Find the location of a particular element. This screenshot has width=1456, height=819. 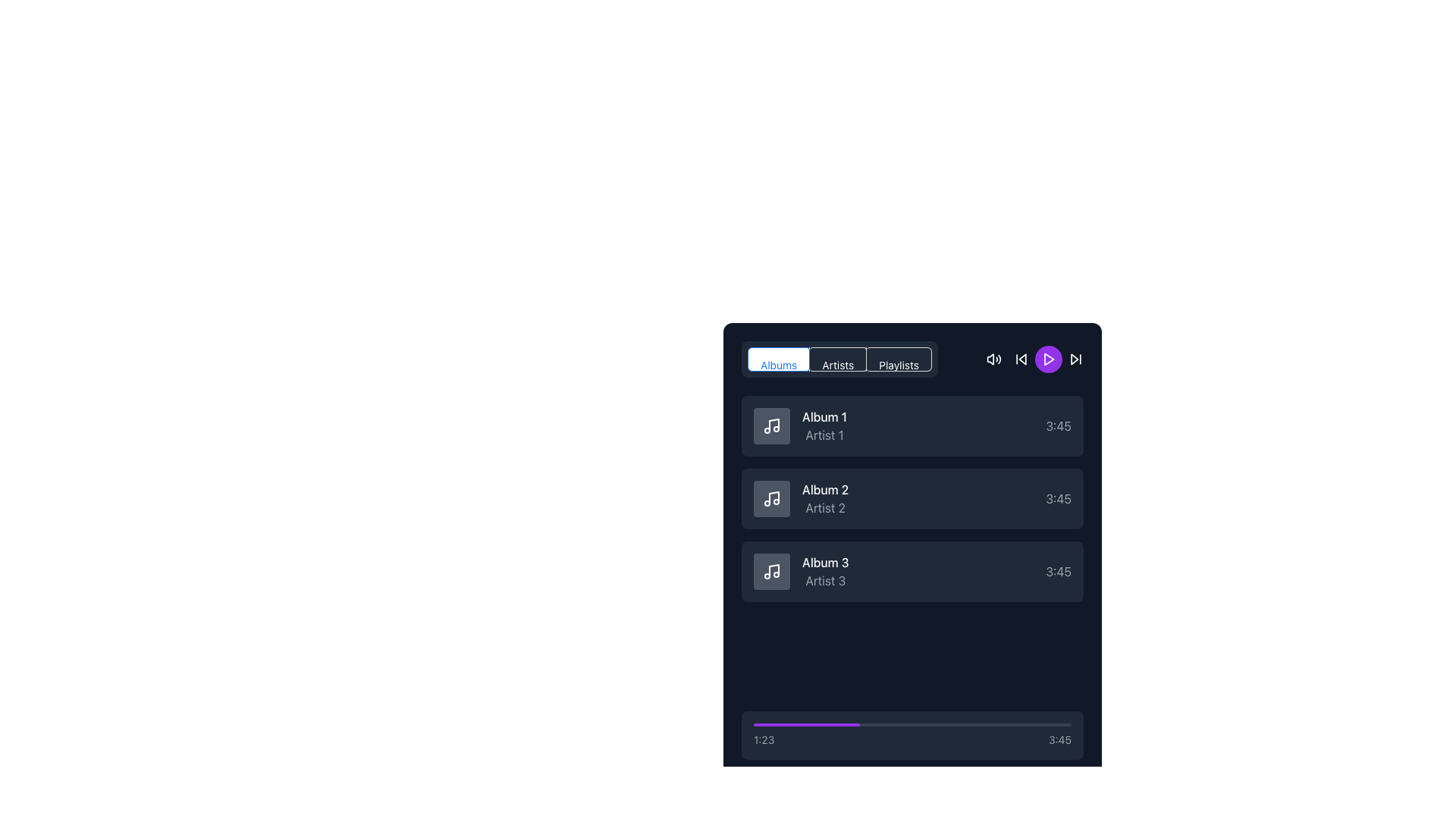

playback position is located at coordinates (1069, 724).